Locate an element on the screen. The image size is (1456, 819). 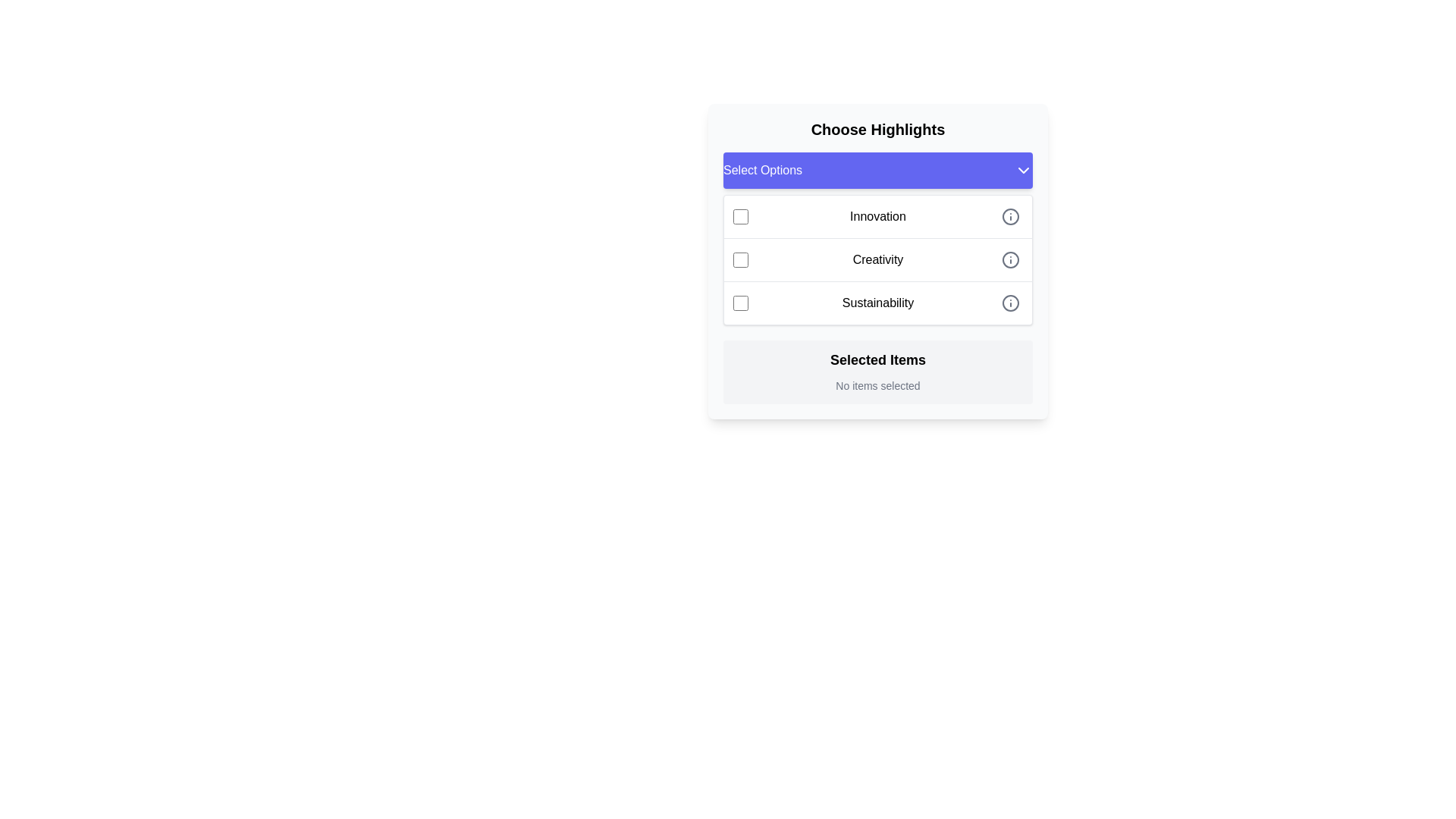
text label within the interactive dropdown that indicates selectable options, located in the upper region of the dropdown interface is located at coordinates (763, 170).